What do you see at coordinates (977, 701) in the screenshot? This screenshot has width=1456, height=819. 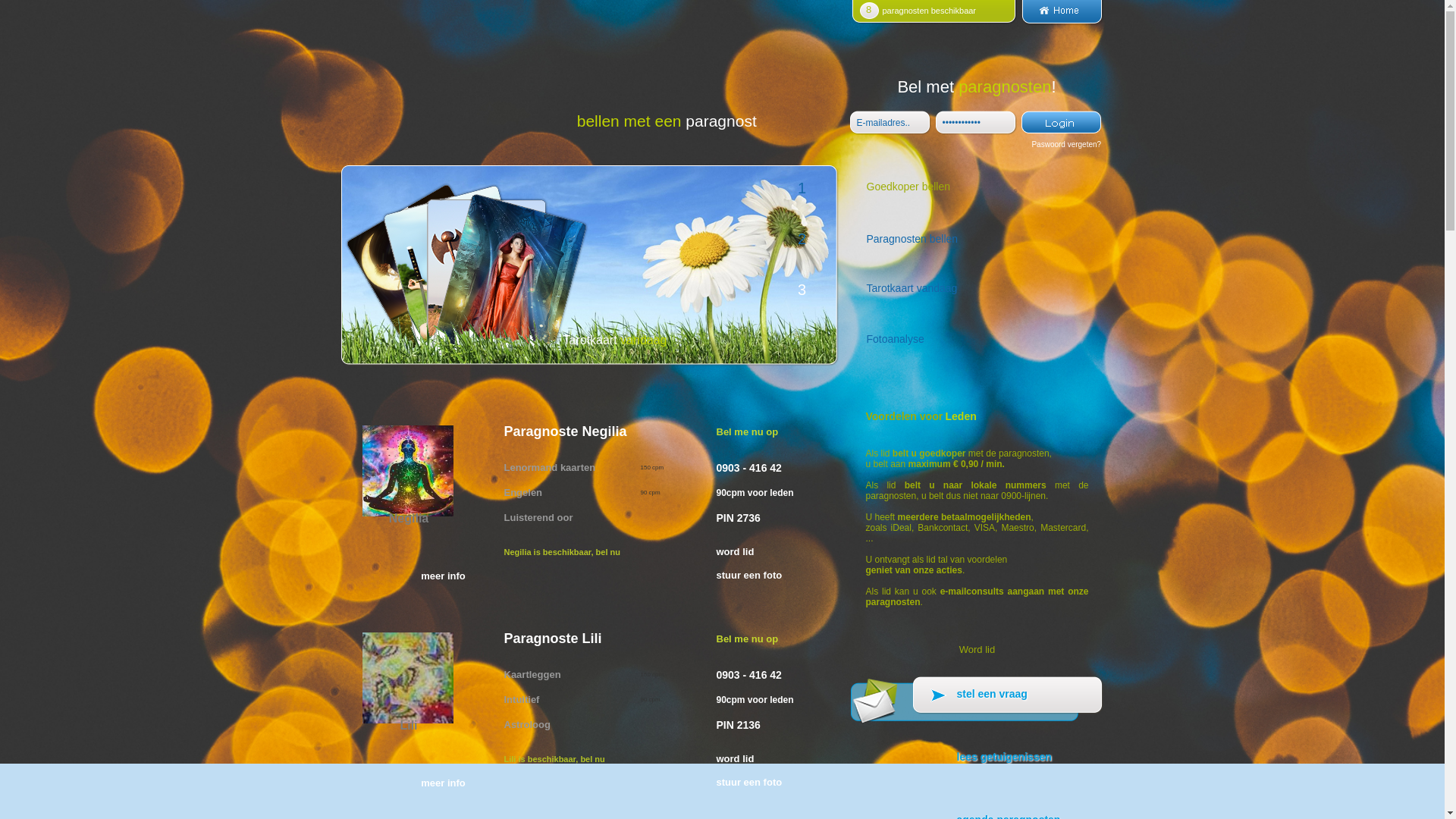 I see `'stel een vraag'` at bounding box center [977, 701].